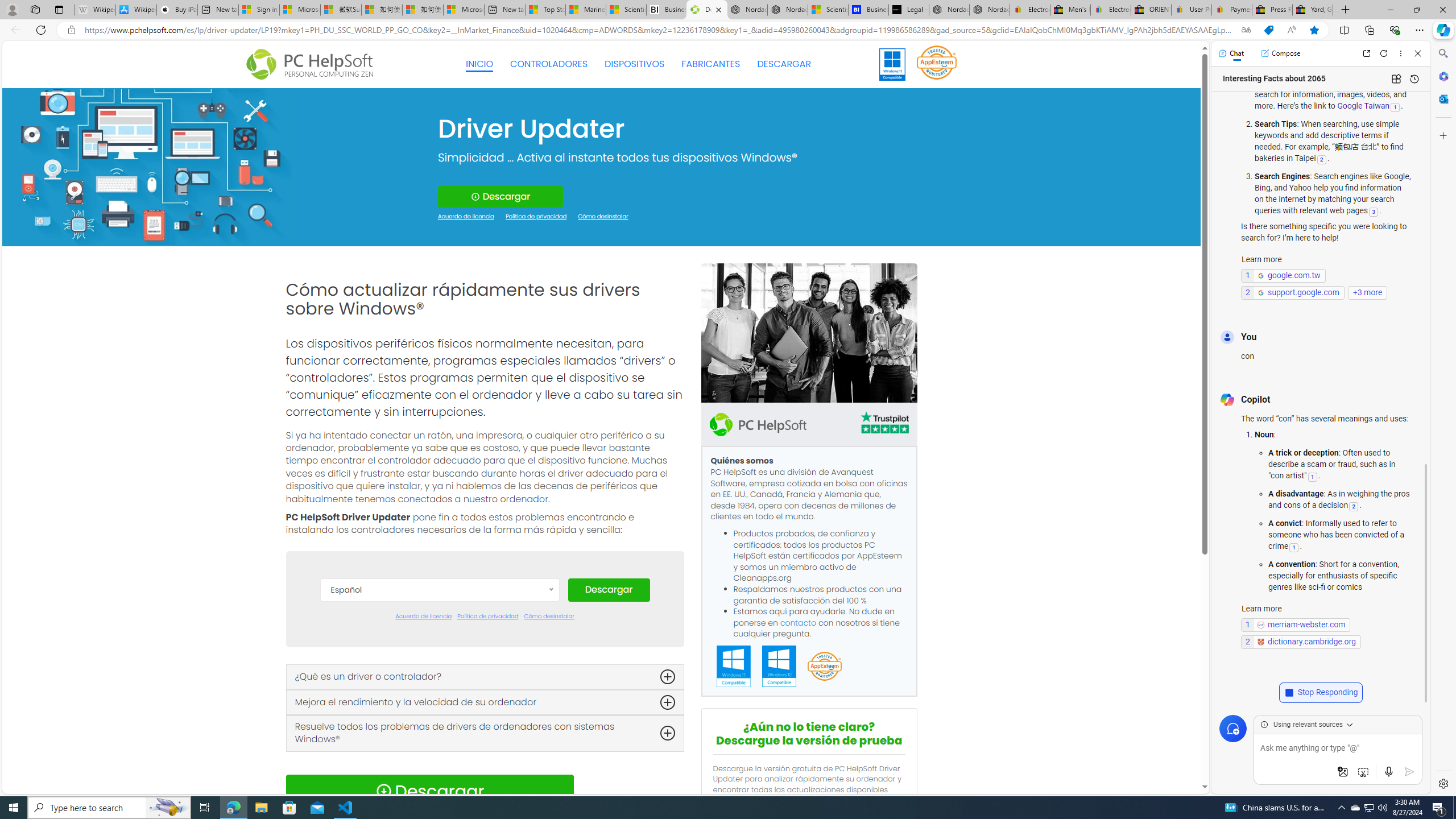 The width and height of the screenshot is (1456, 819). What do you see at coordinates (549, 64) in the screenshot?
I see `'CONTROLADORES'` at bounding box center [549, 64].